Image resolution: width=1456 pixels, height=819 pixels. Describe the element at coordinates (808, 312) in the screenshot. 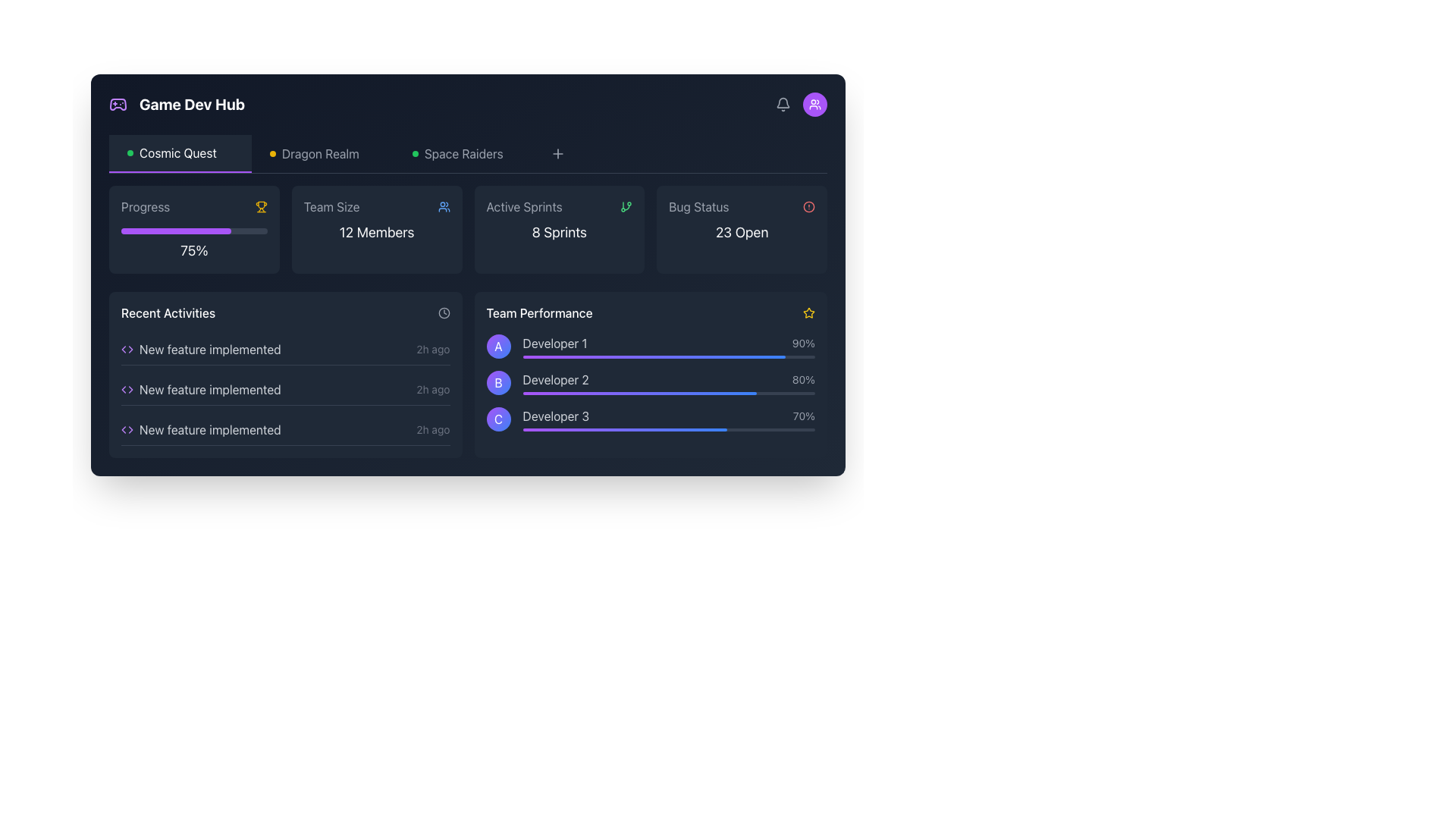

I see `the performance indicator icon located in the bottom-right section of the interface, near the 'Team Performance' area` at that location.